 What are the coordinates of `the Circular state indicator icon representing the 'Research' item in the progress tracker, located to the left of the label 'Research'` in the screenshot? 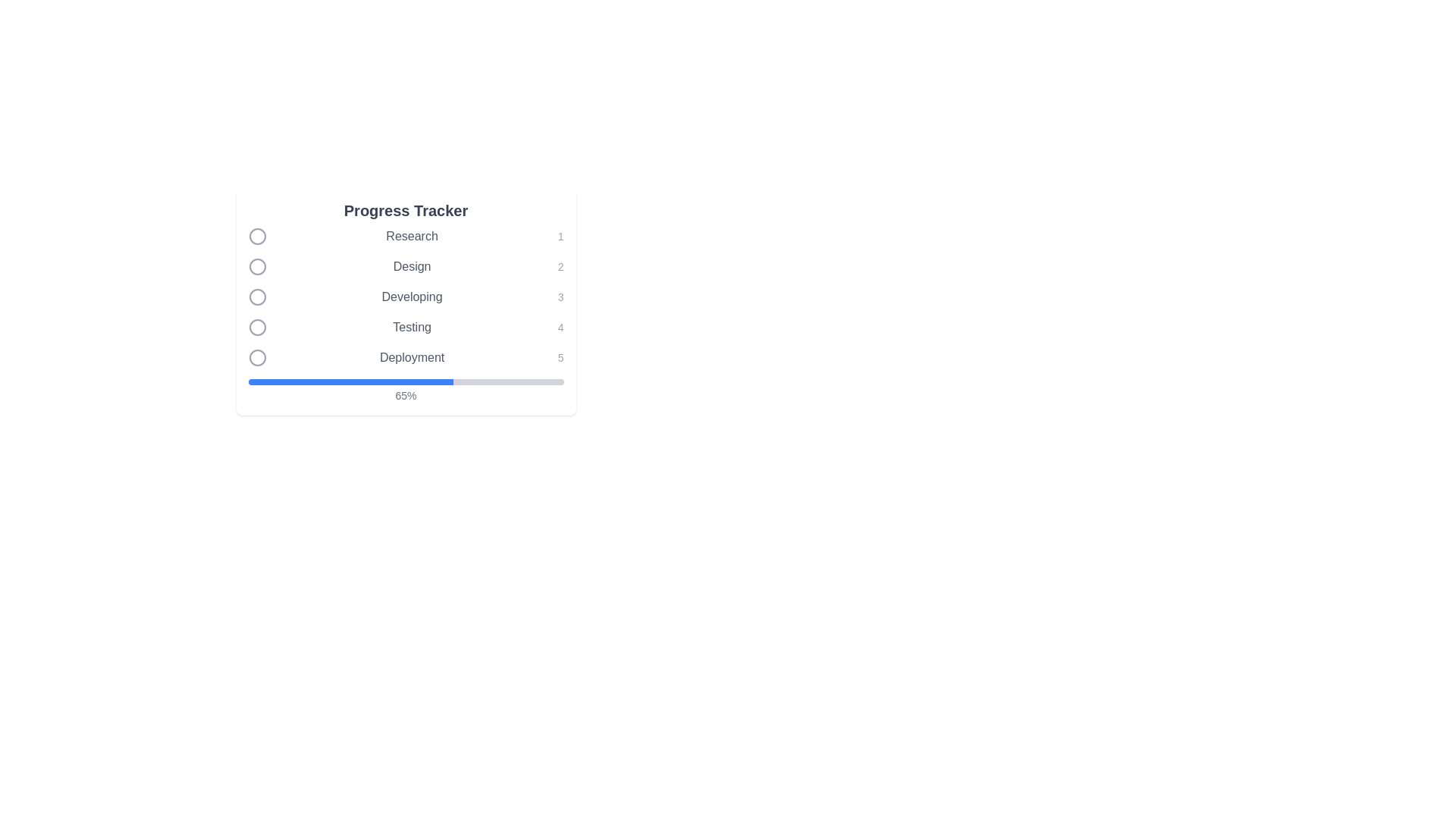 It's located at (257, 237).